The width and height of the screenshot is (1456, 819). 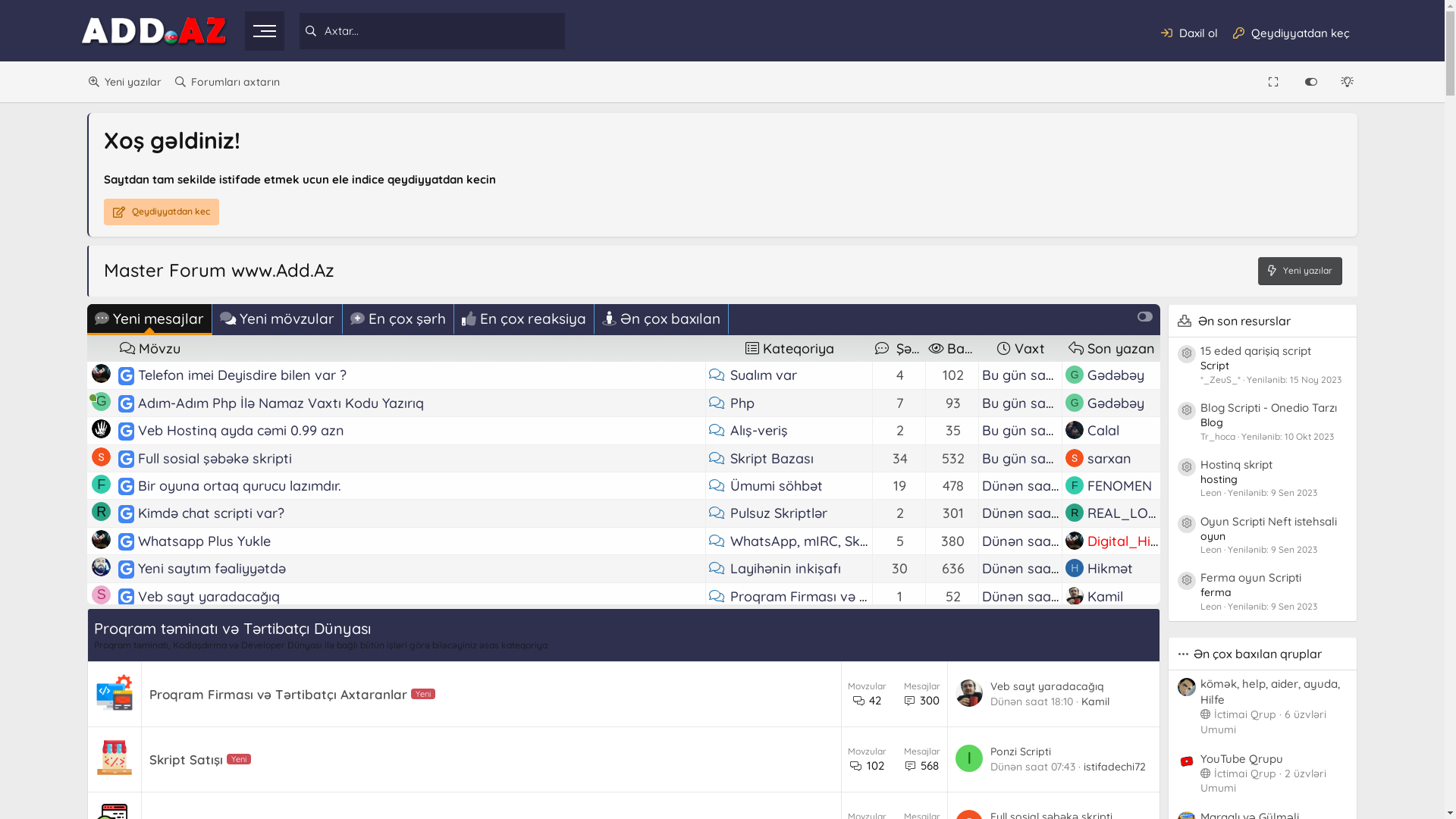 I want to click on 'Daxil ol', so click(x=1188, y=32).